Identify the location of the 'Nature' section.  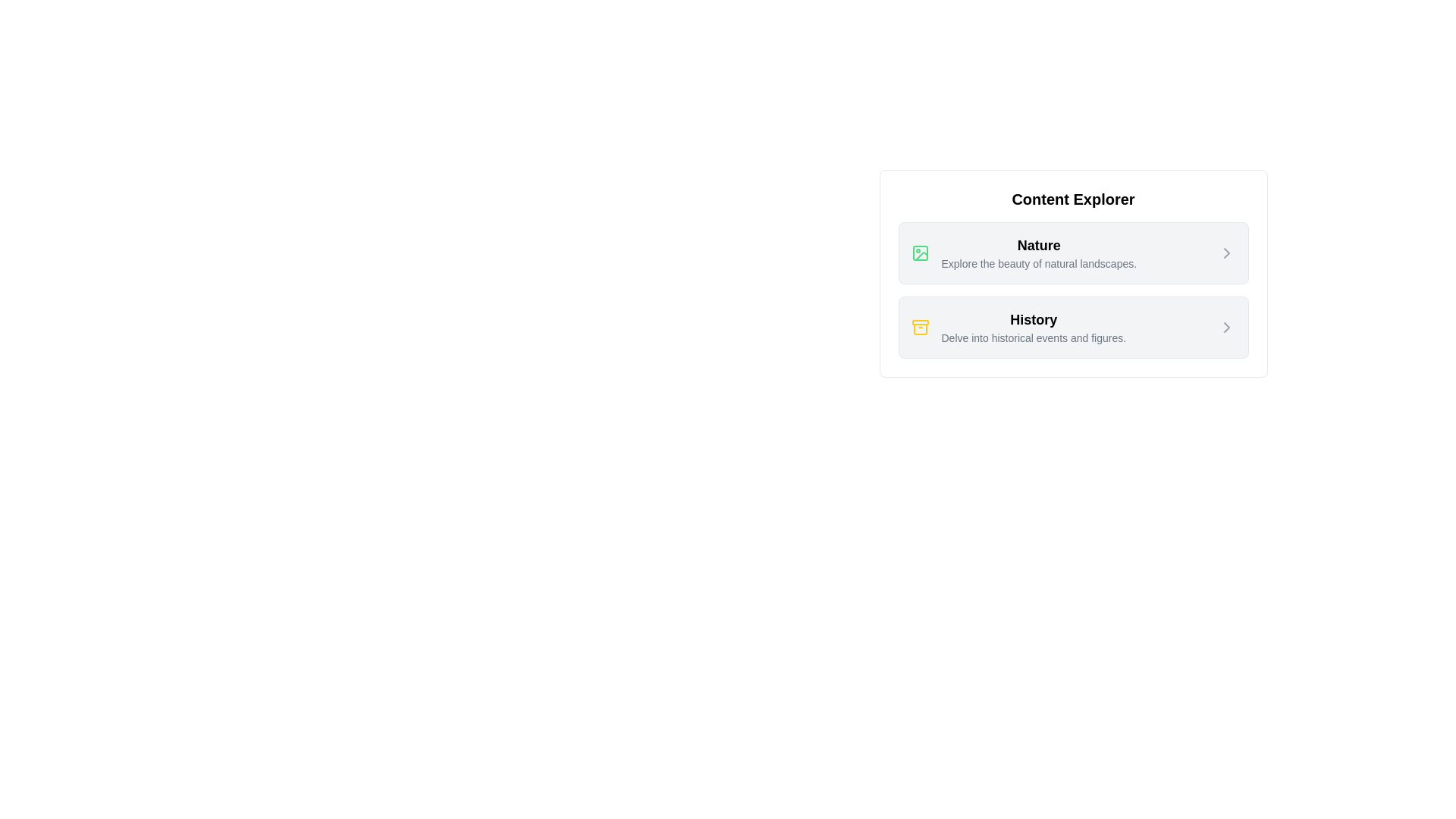
(1023, 253).